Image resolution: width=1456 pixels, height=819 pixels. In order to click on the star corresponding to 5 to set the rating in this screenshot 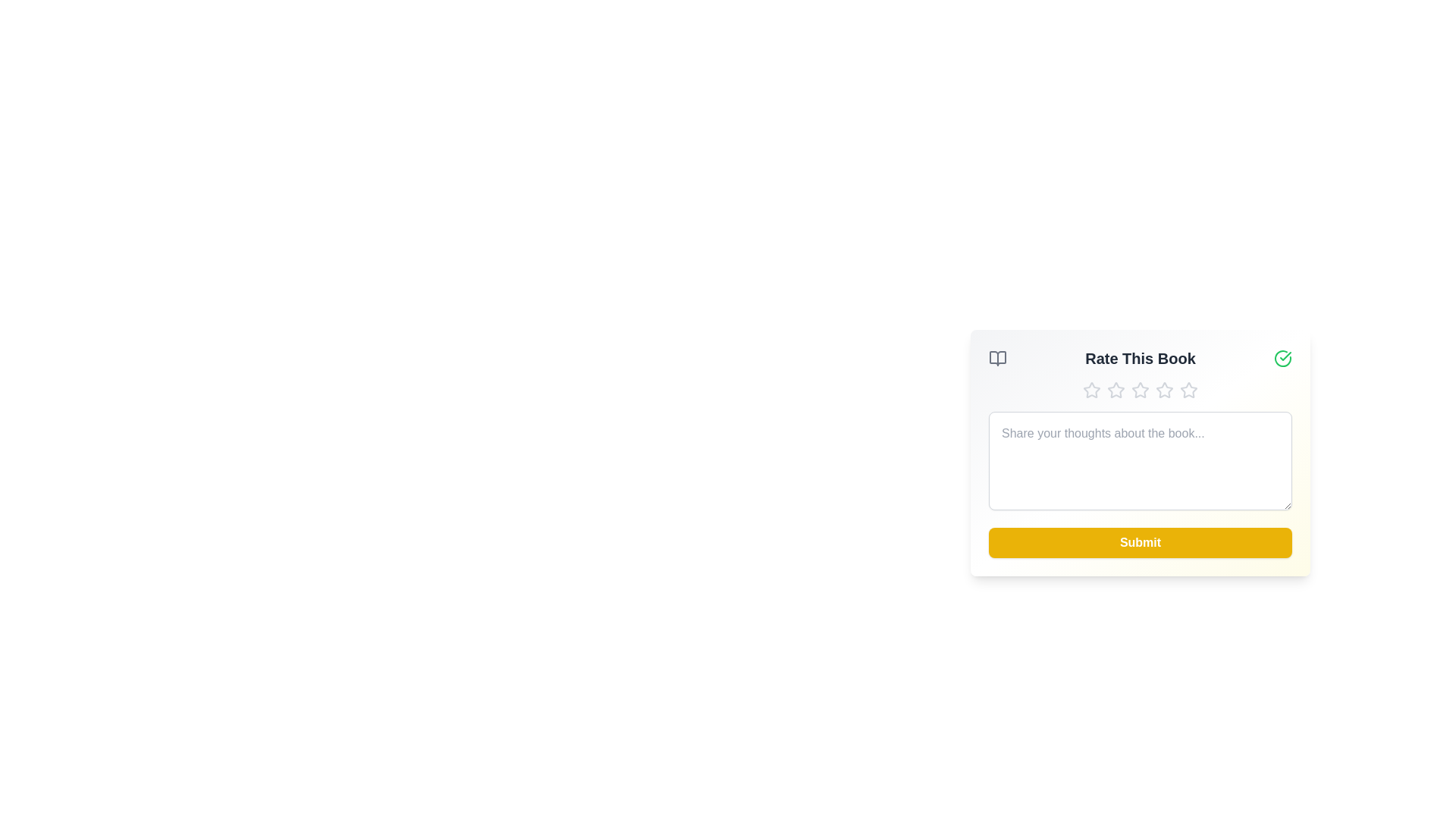, I will do `click(1188, 390)`.